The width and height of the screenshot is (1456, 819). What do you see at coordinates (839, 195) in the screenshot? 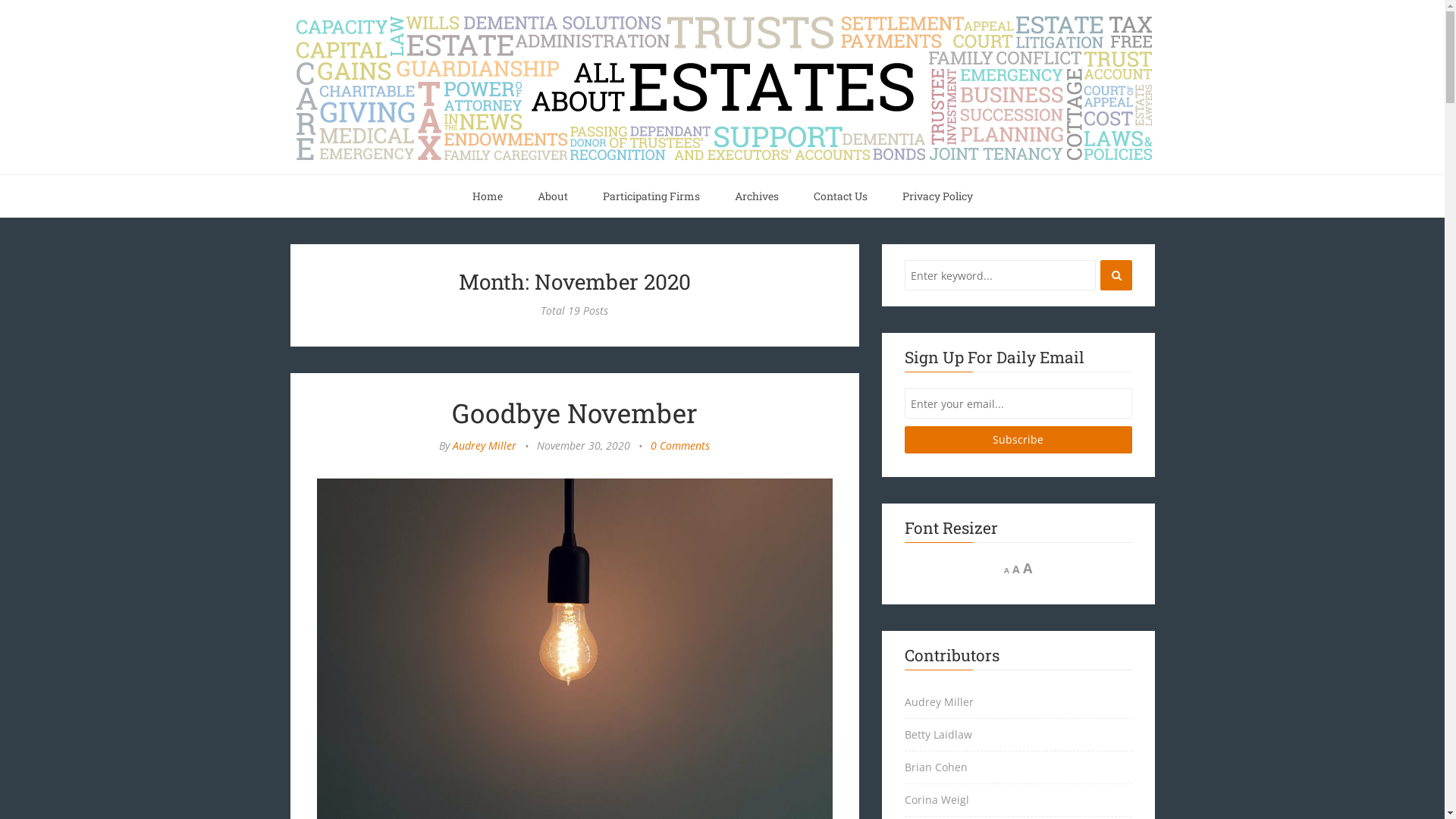
I see `'Contact Us'` at bounding box center [839, 195].